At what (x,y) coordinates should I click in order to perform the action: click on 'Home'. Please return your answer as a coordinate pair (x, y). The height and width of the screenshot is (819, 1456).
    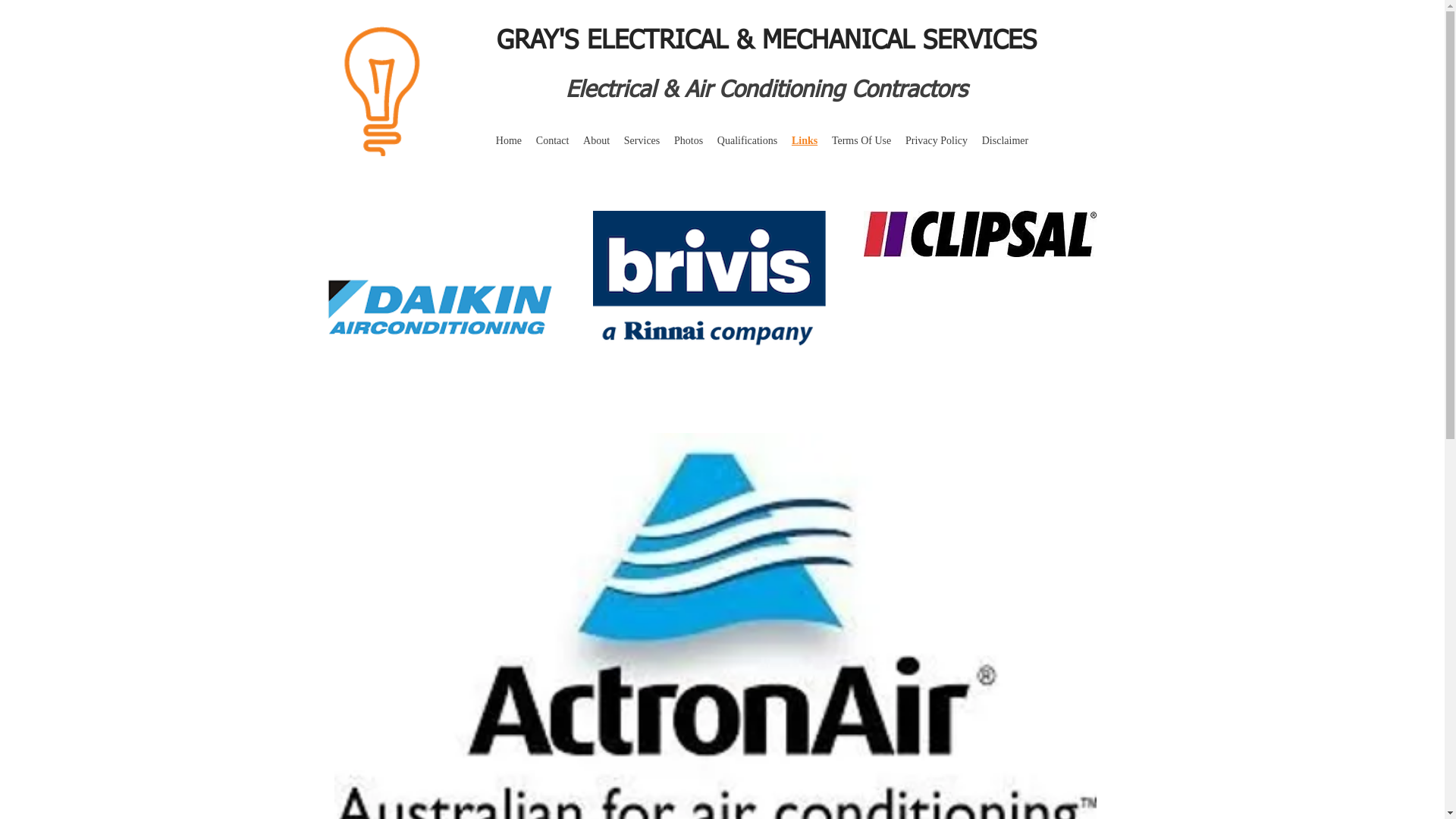
    Looking at the image, I should click on (508, 140).